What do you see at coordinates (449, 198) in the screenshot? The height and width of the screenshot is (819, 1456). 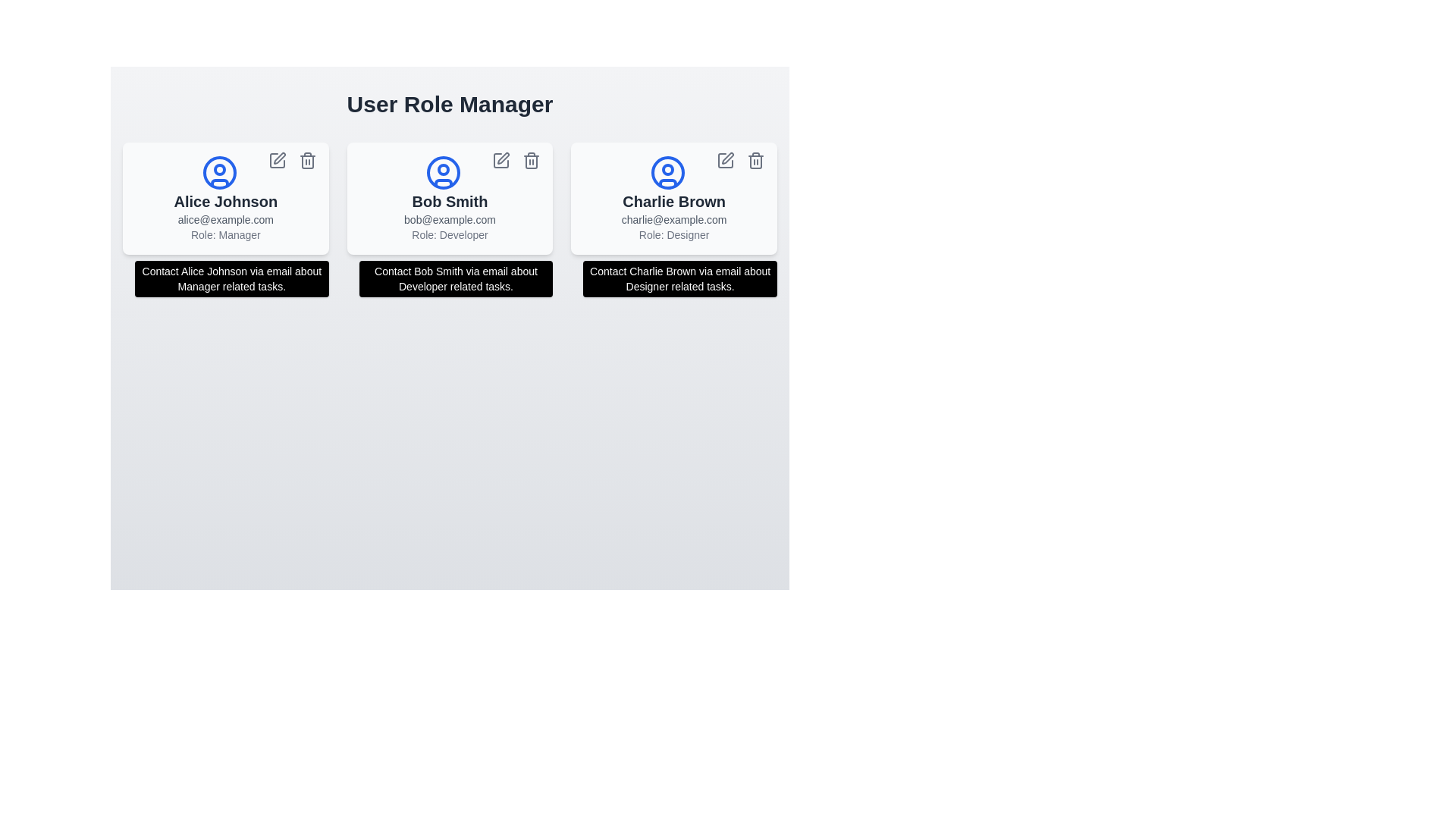 I see `details of the user profile card for Bob Smith, located under the 'User Role Manager' title in the middle of three horizontally aligned cards` at bounding box center [449, 198].